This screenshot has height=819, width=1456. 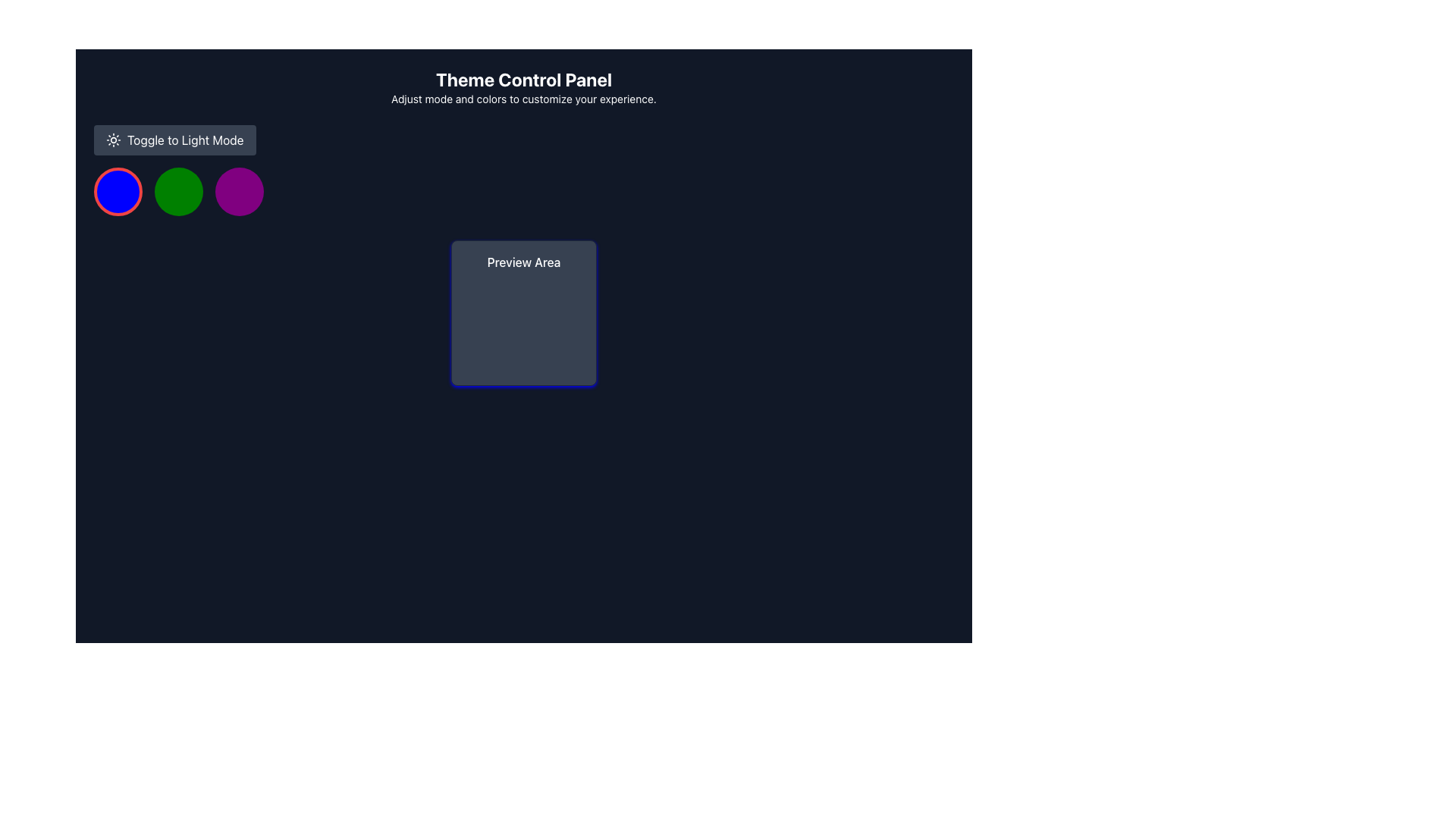 What do you see at coordinates (239, 191) in the screenshot?
I see `the third button in a horizontal group of three buttons, which is located beneath the 'Toggle to Light Mode' button` at bounding box center [239, 191].